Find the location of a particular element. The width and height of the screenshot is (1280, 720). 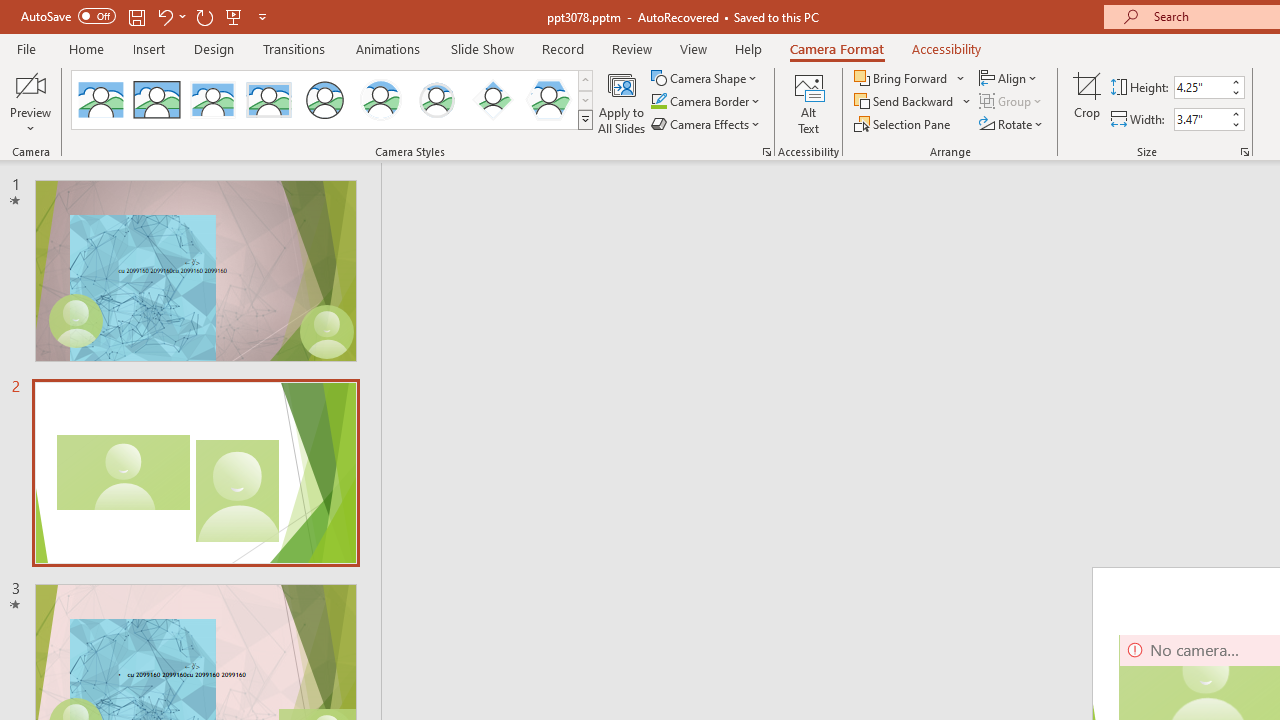

'Bring Forward' is located at coordinates (901, 77).